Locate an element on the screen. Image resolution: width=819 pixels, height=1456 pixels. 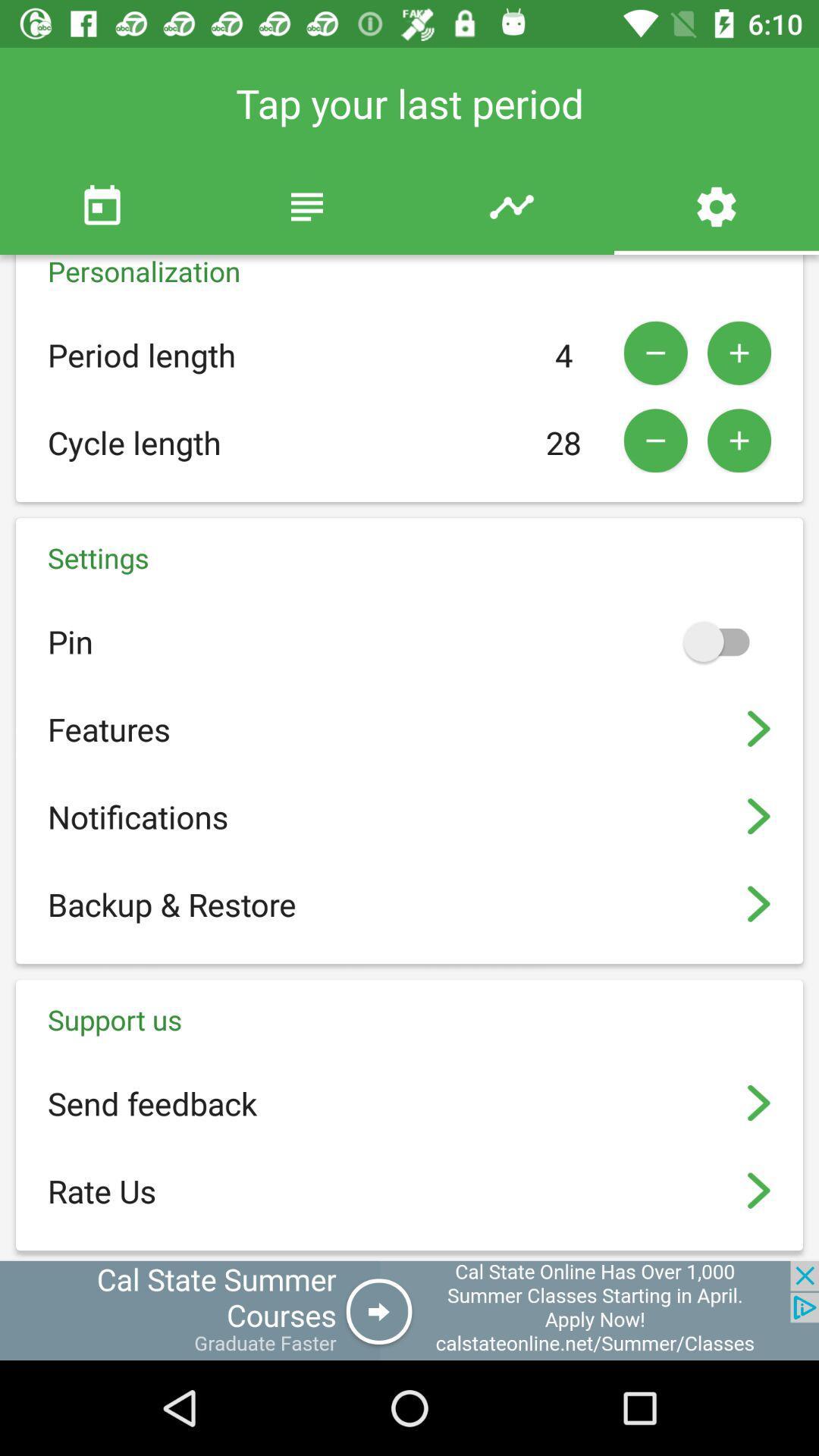
switch autoplay option is located at coordinates (723, 641).